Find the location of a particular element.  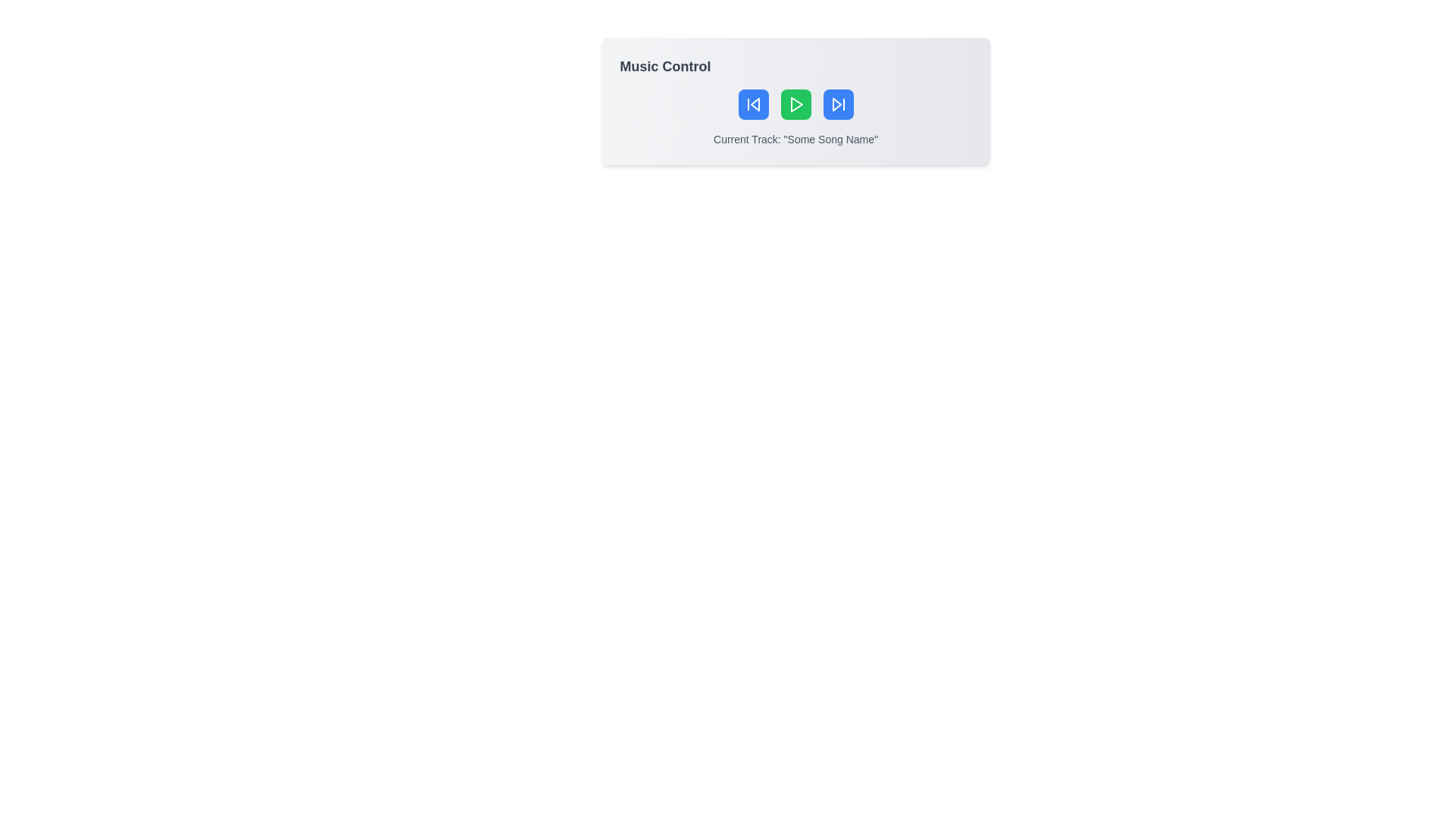

the triangular play button within the green circular background in the 'Music Control' panel to play or pause the track is located at coordinates (795, 104).